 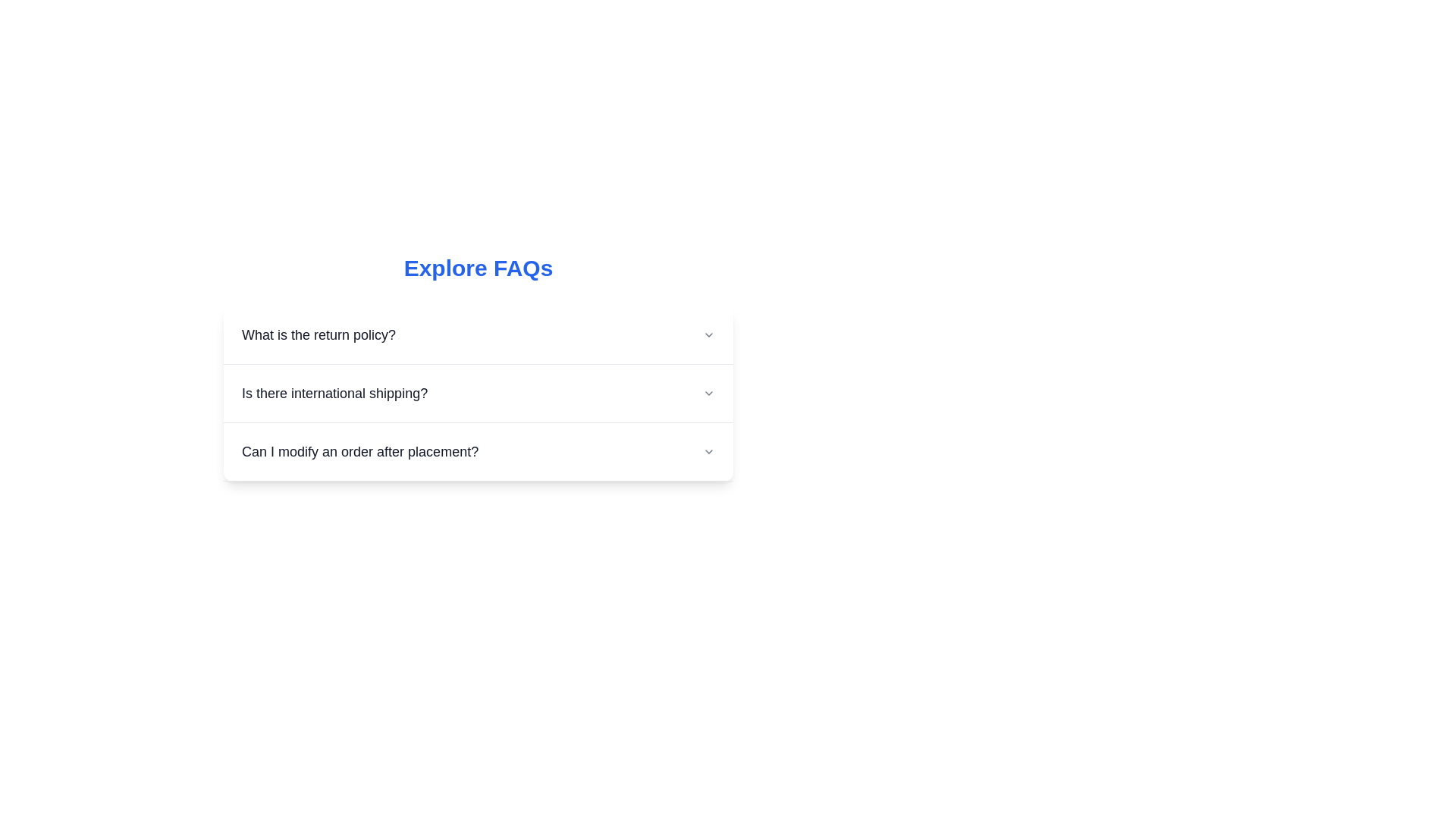 What do you see at coordinates (477, 393) in the screenshot?
I see `the Interactive FAQ entry for the question 'Is there international shipping?'` at bounding box center [477, 393].